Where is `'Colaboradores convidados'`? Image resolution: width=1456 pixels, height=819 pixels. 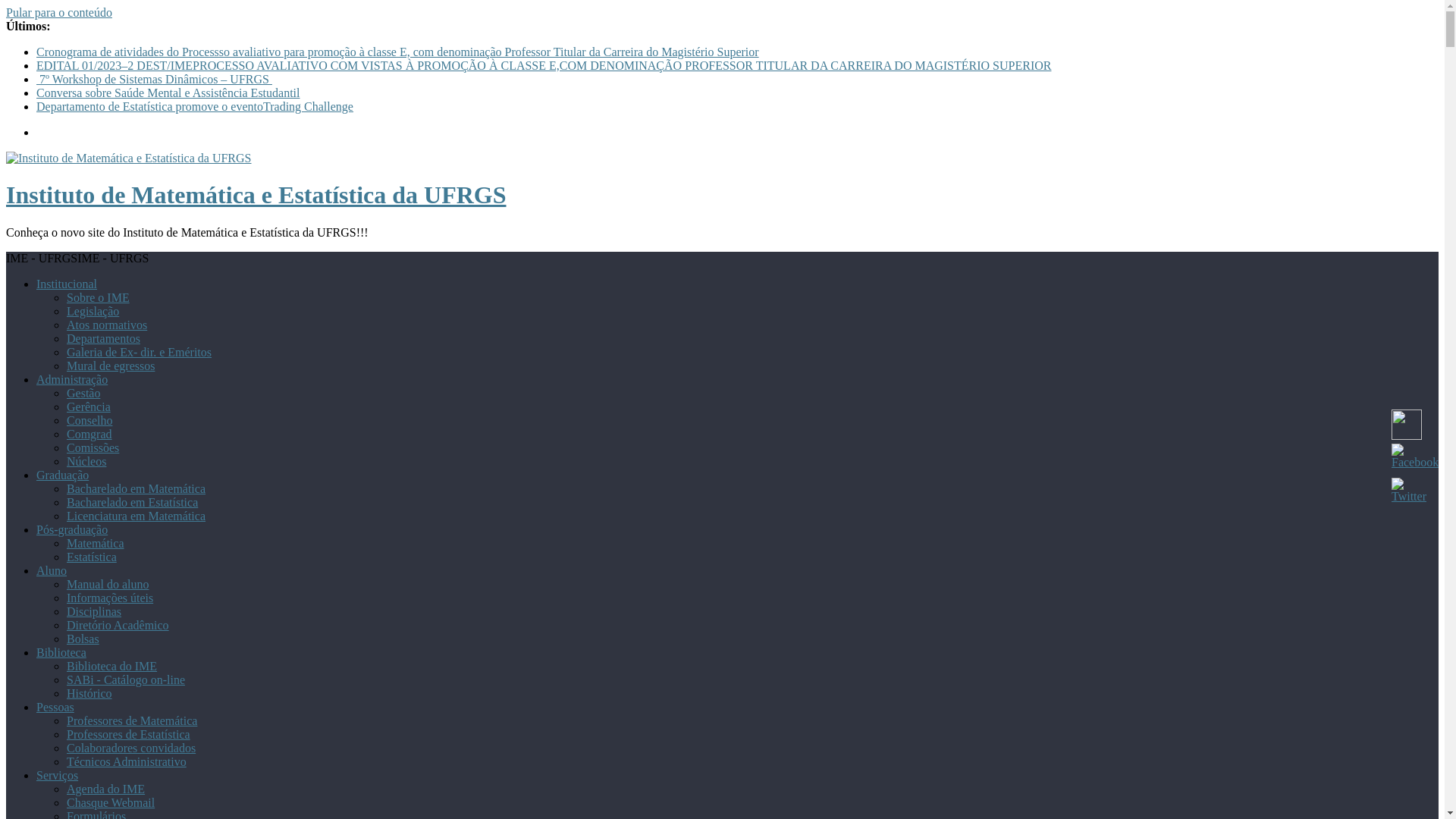
'Colaboradores convidados' is located at coordinates (130, 747).